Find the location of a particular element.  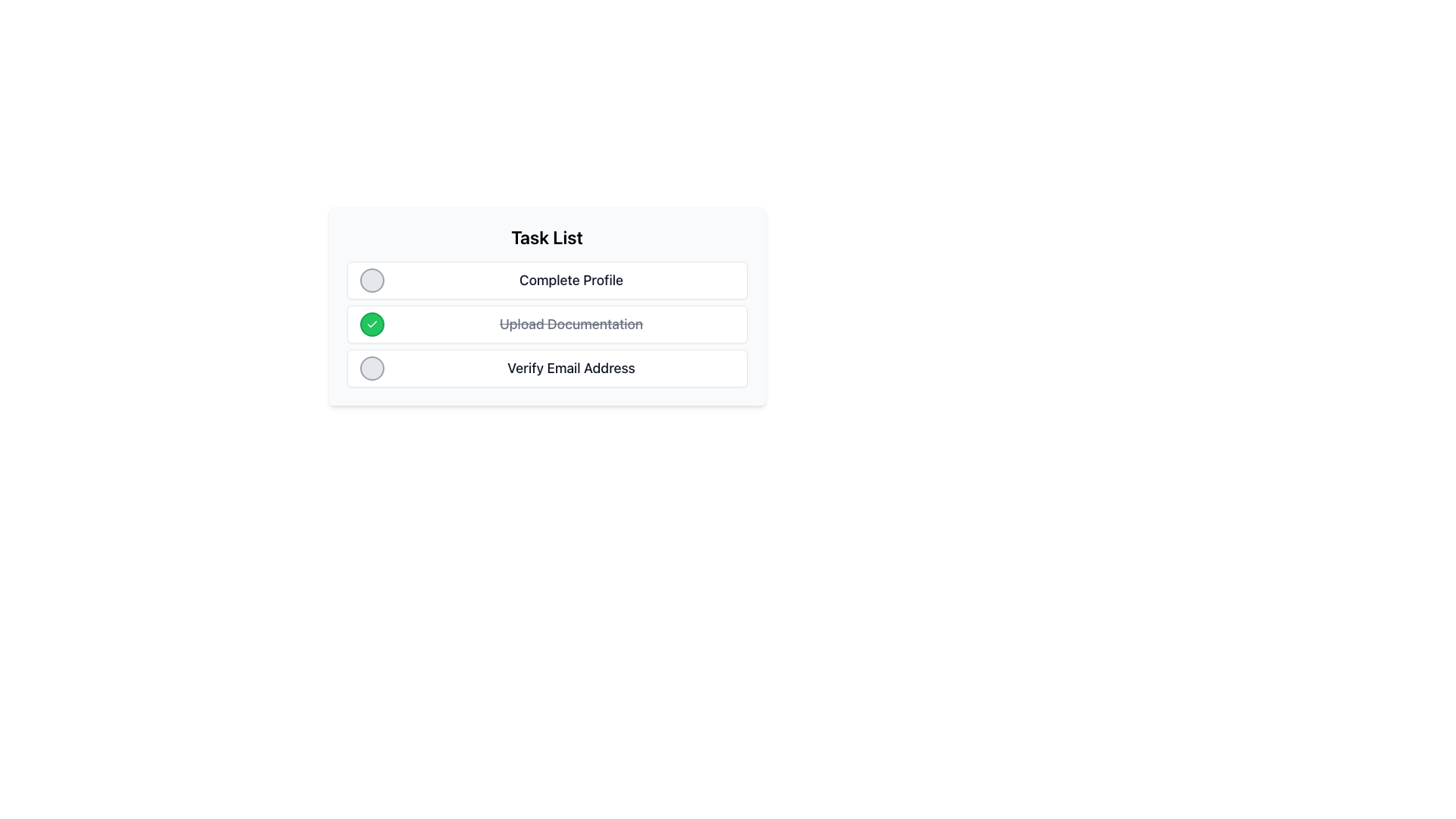

the interactive button to the left of the 'Verify Email Address' text is located at coordinates (372, 369).